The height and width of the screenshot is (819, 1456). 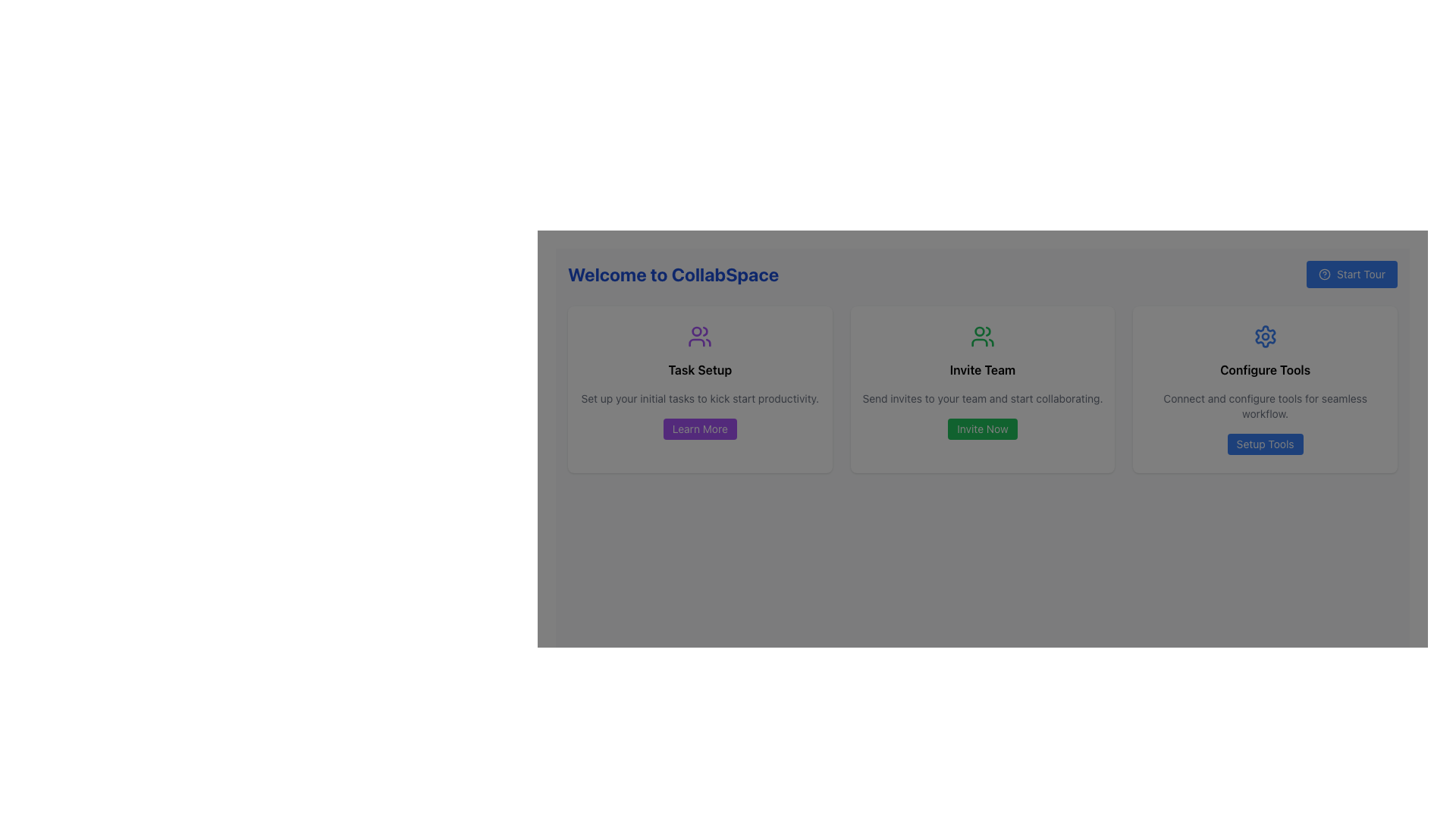 I want to click on the rectangular blue button labeled 'Setup Tools' located in the 'Configure Tools' section, so click(x=1265, y=444).